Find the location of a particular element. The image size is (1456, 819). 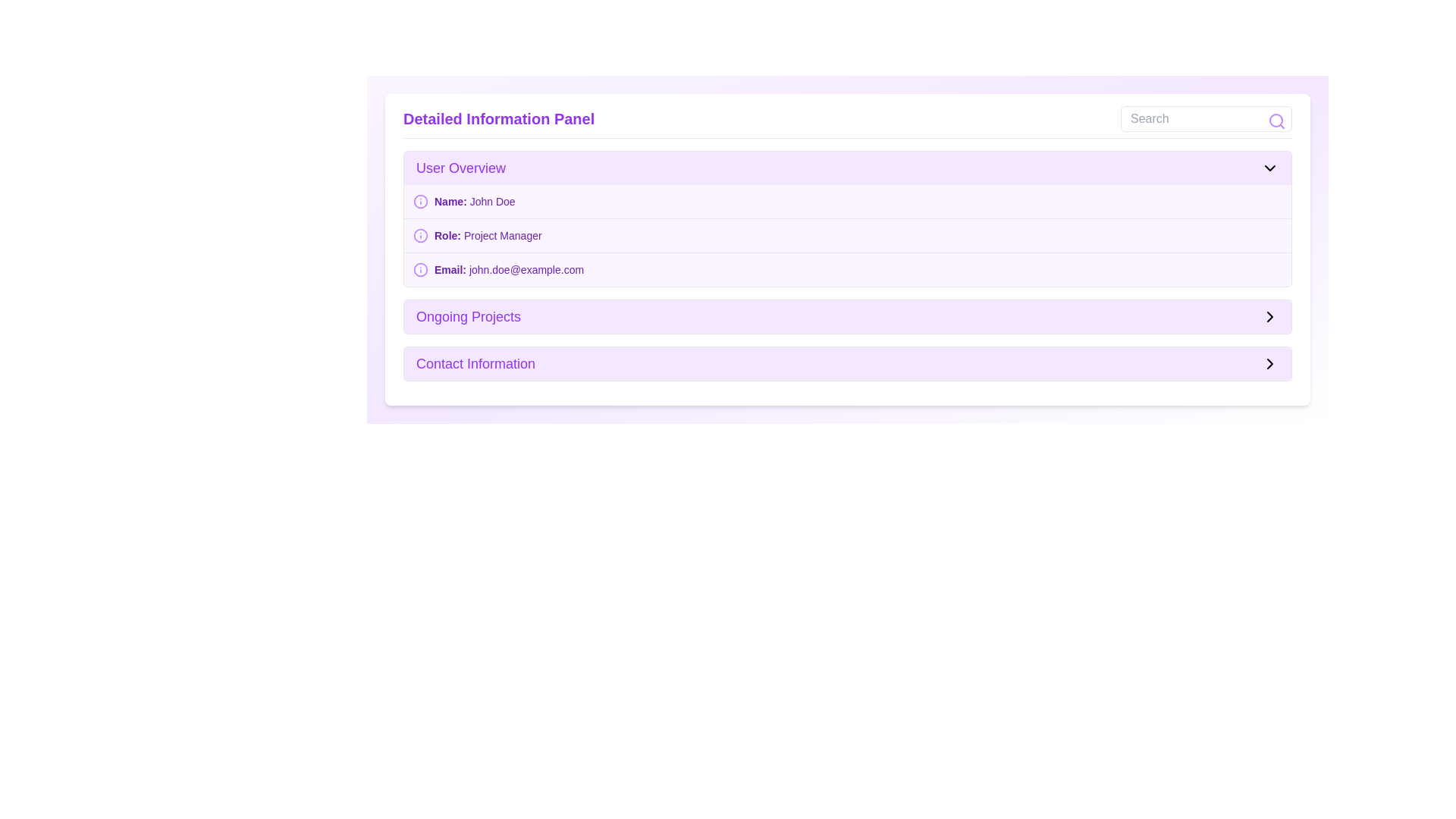

displayed name 'John Doe' from the text display, which is purple and part of the 'User Overview' section in the information layout is located at coordinates (474, 201).